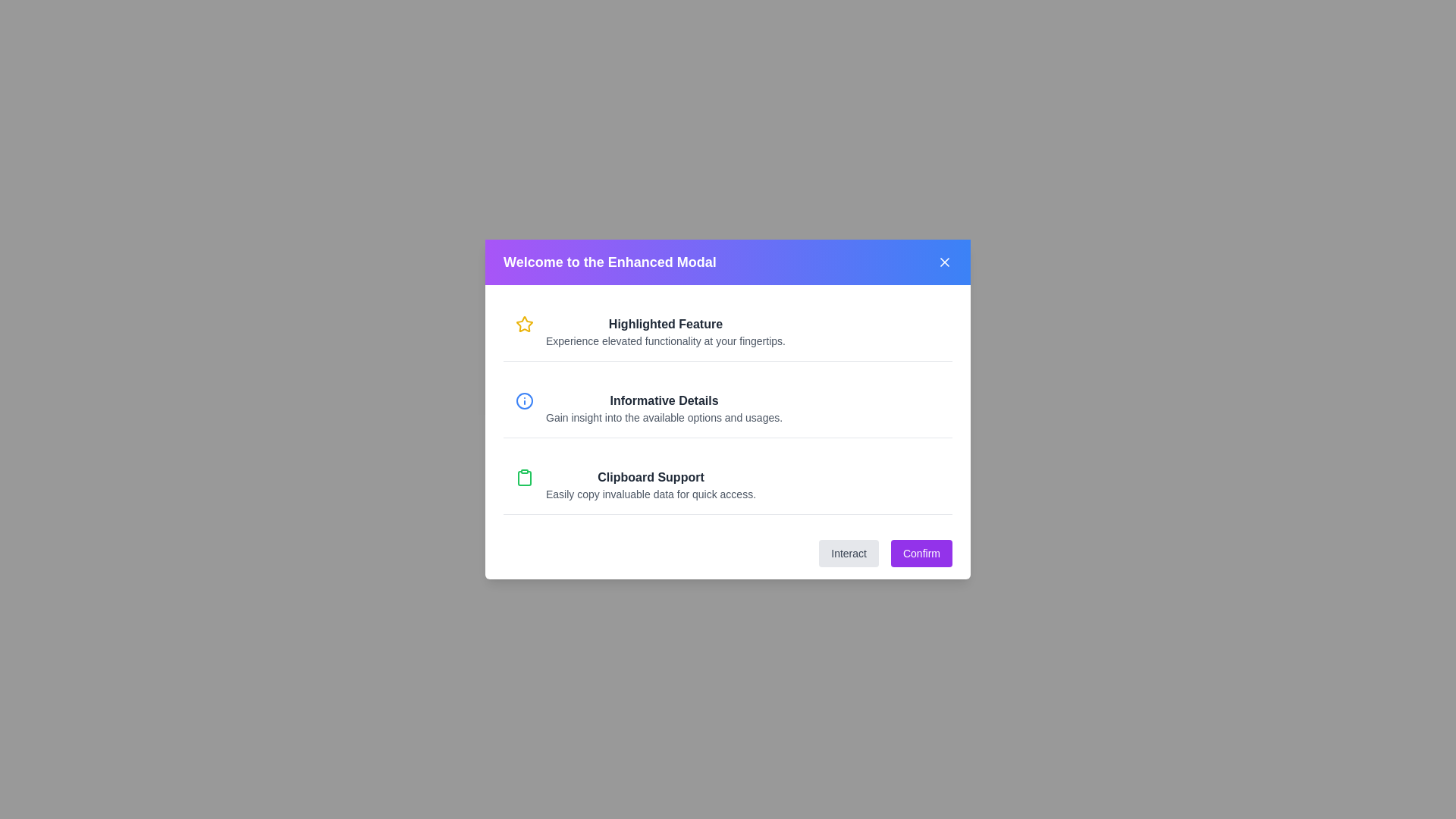 The height and width of the screenshot is (819, 1456). I want to click on the Informational text block titled 'Informative Details' which contains the subtitle 'Gain insight into the available options and usages.' and an icon with 'i' to read the text, so click(728, 408).